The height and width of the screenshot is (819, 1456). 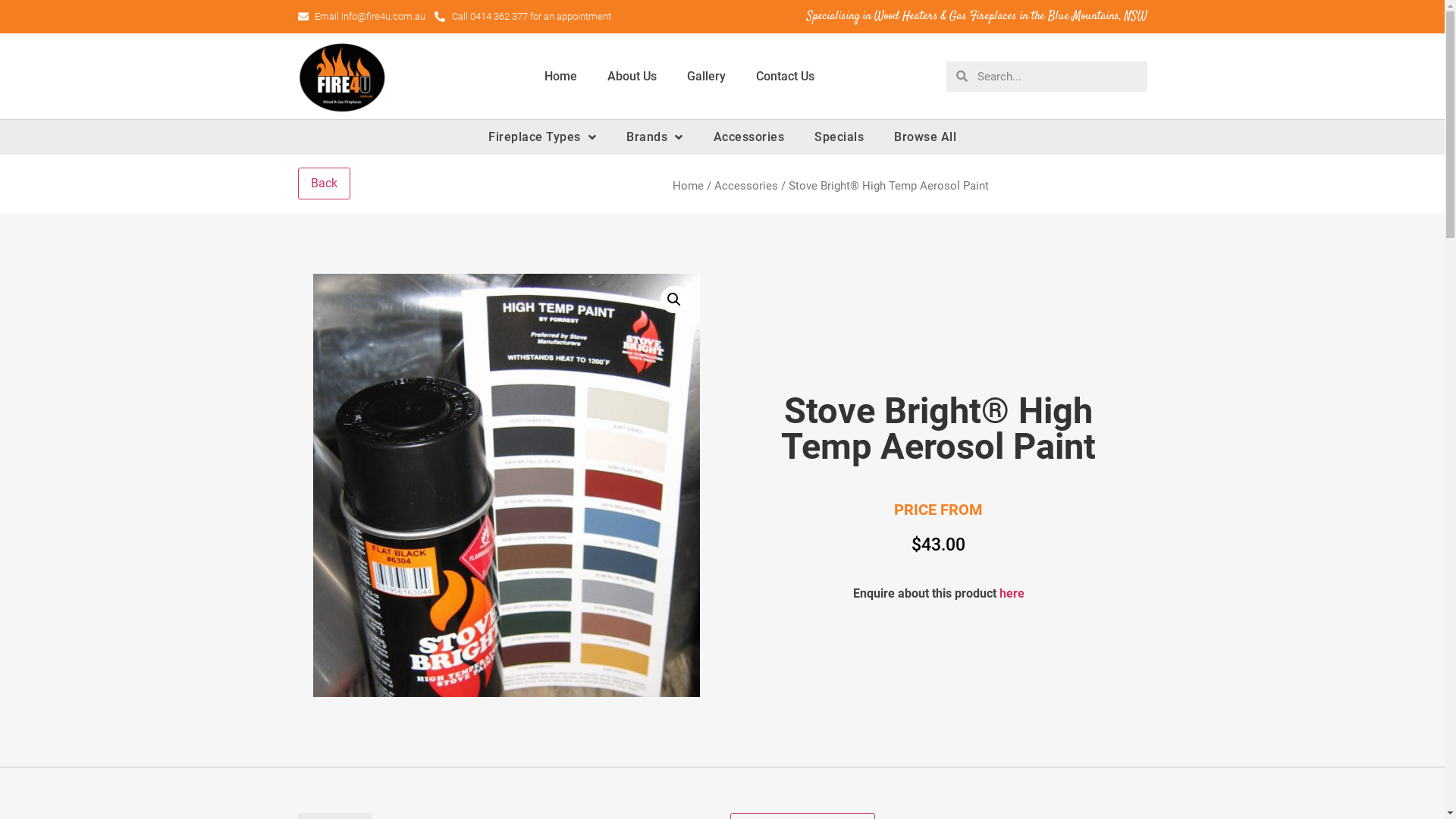 What do you see at coordinates (297, 17) in the screenshot?
I see `'Email info@fire4u.com.au'` at bounding box center [297, 17].